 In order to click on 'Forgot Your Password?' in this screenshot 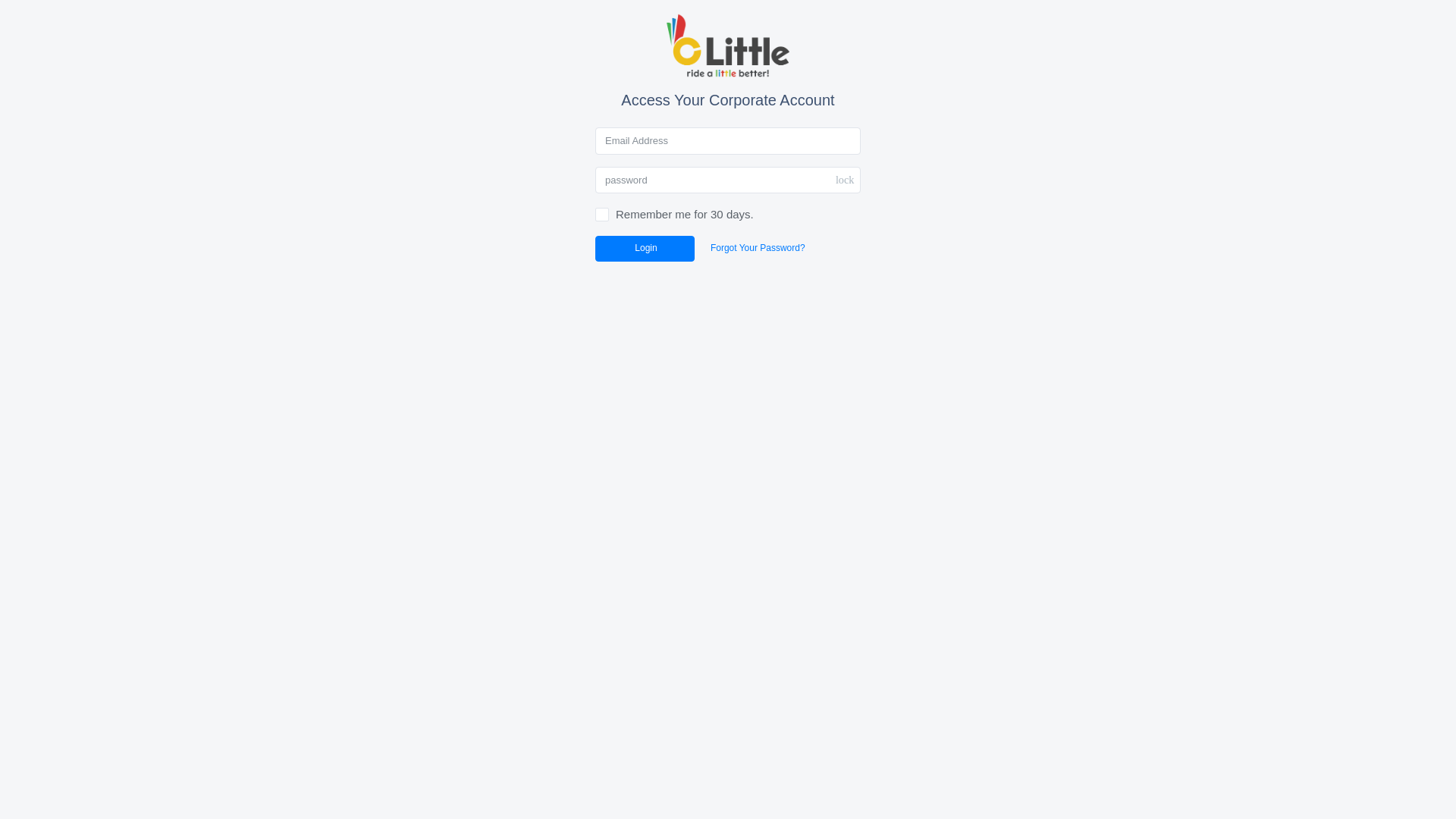, I will do `click(697, 247)`.